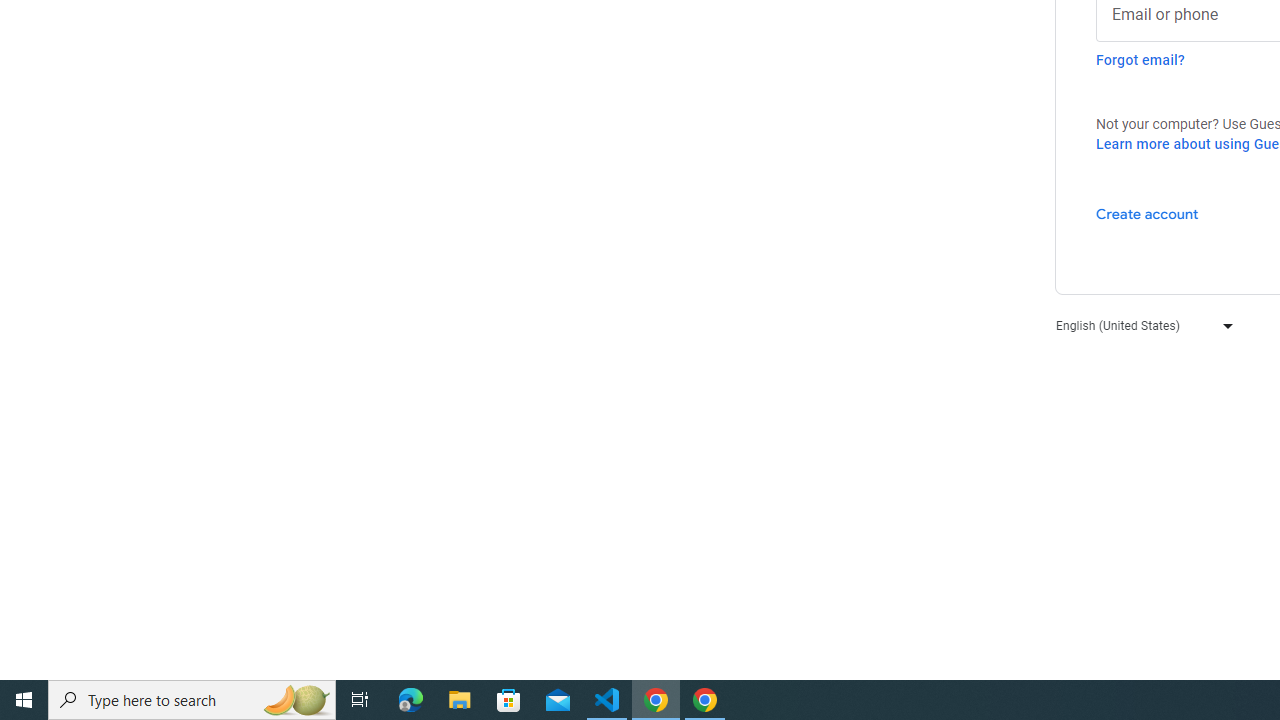 The width and height of the screenshot is (1280, 720). What do you see at coordinates (1139, 324) in the screenshot?
I see `'English (United States)'` at bounding box center [1139, 324].